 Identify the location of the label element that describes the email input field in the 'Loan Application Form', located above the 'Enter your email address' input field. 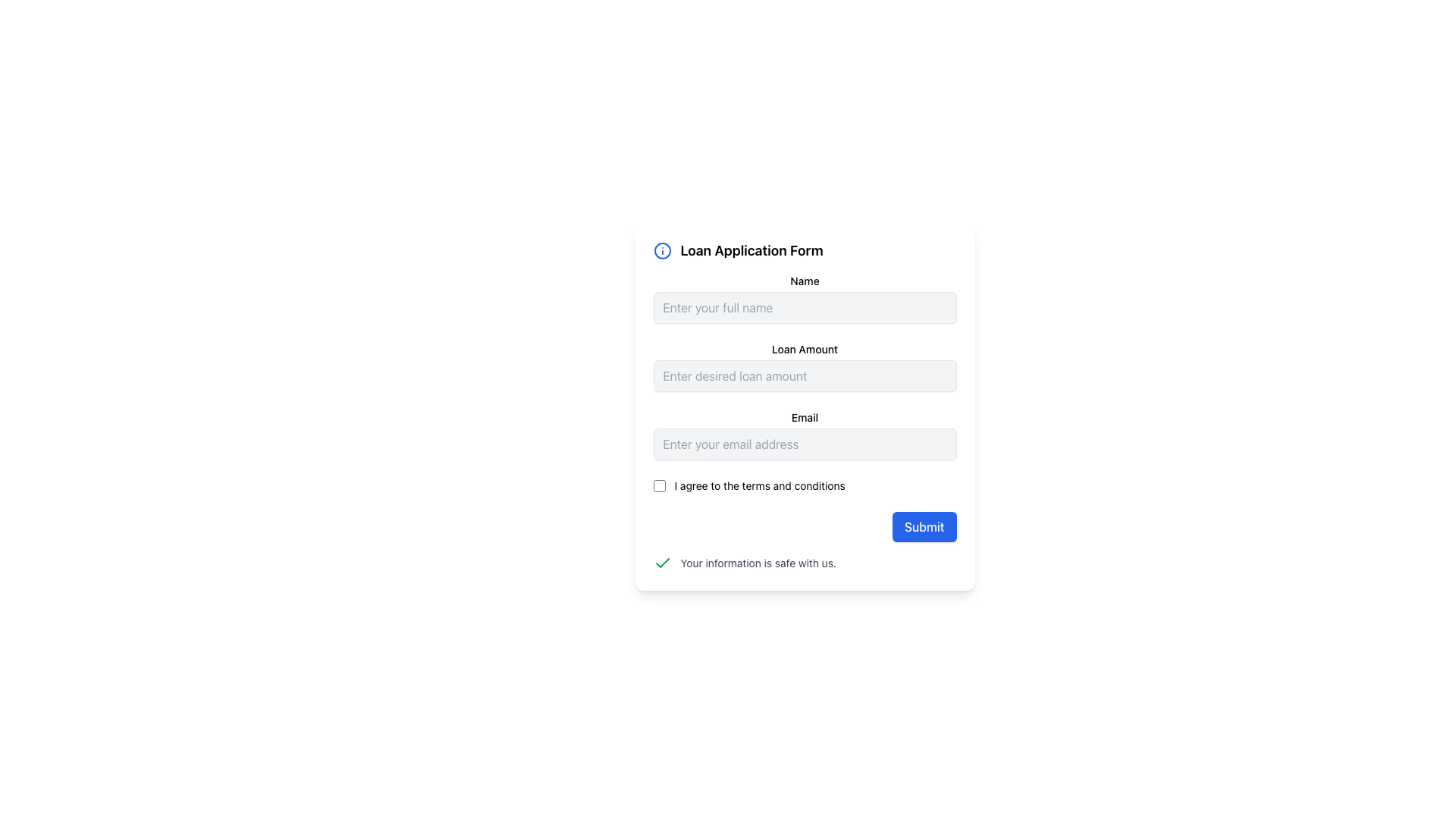
(804, 418).